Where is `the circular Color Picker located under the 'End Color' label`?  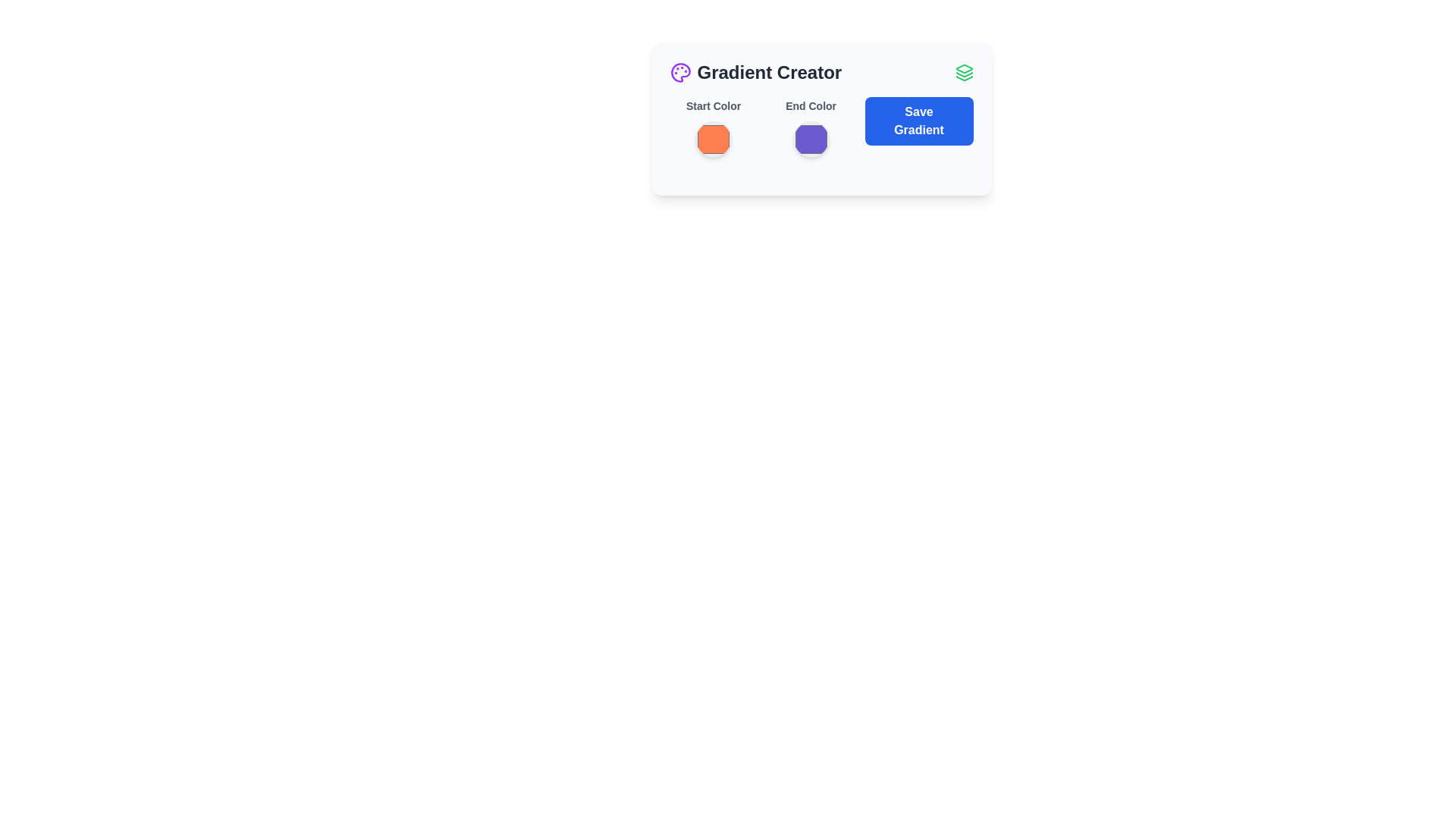 the circular Color Picker located under the 'End Color' label is located at coordinates (810, 127).